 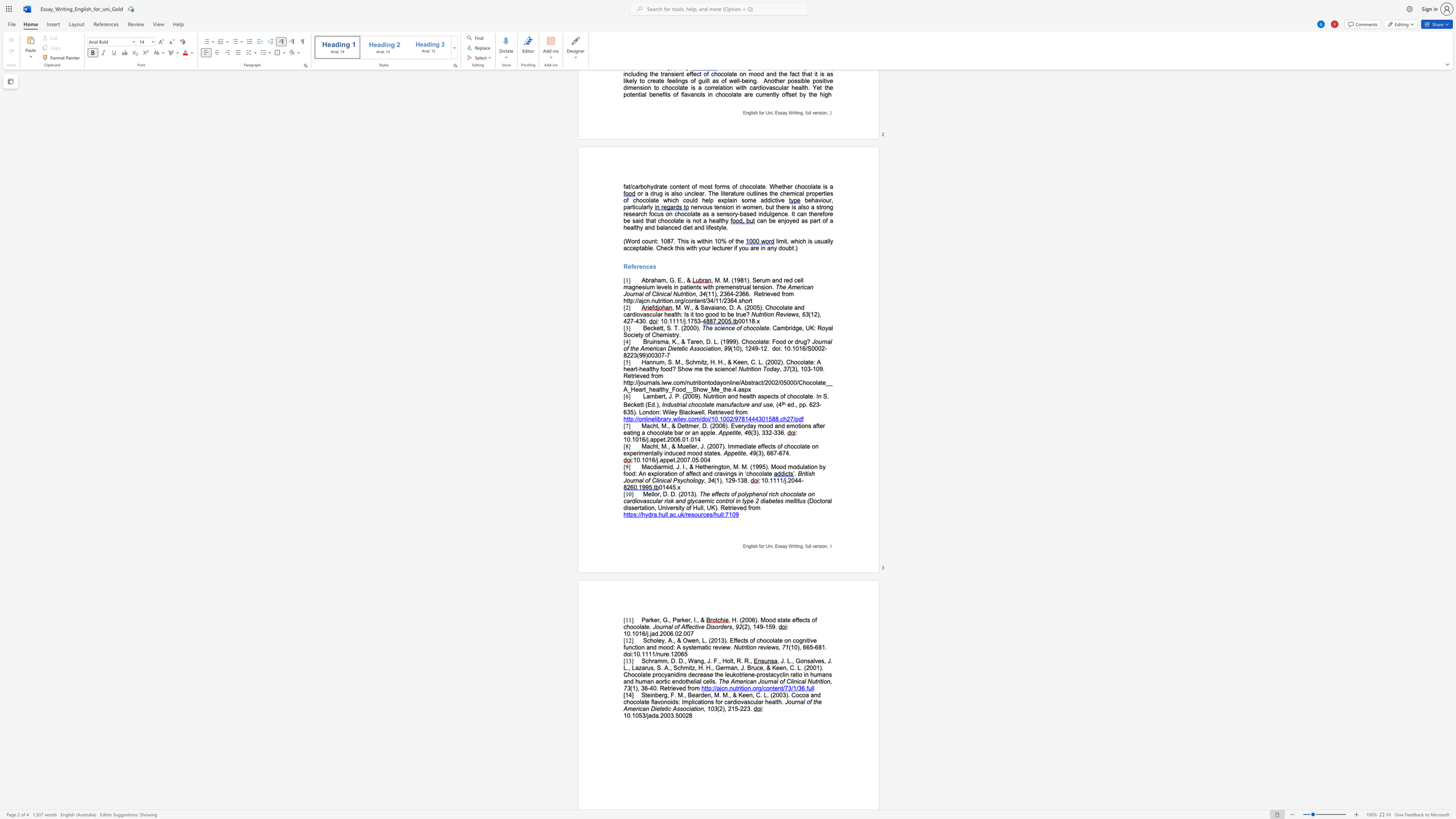 I want to click on the subset text "38." within the text "(1), 129-138.", so click(x=740, y=480).